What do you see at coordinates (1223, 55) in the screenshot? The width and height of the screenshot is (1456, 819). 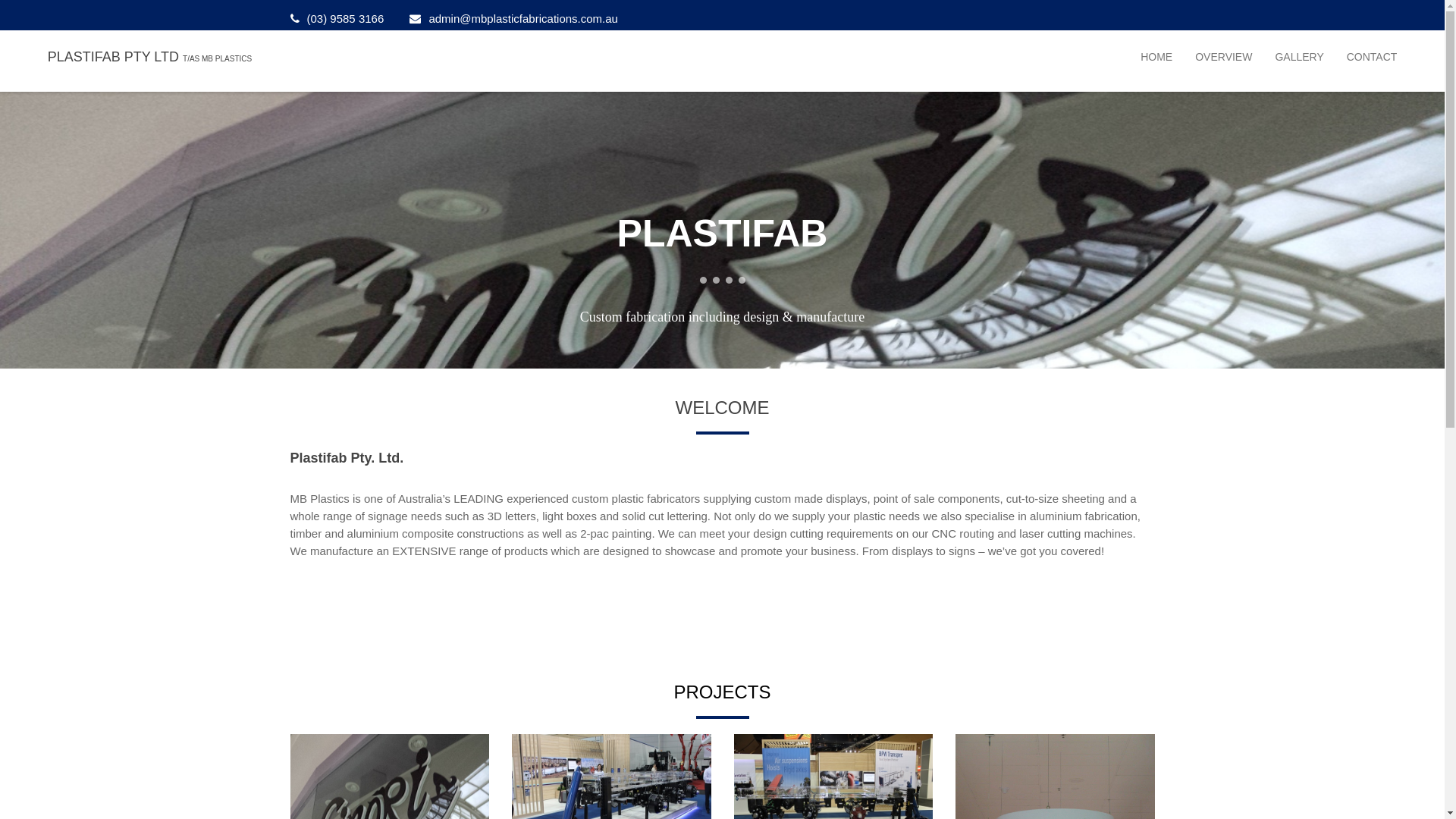 I see `'OVERVIEW'` at bounding box center [1223, 55].